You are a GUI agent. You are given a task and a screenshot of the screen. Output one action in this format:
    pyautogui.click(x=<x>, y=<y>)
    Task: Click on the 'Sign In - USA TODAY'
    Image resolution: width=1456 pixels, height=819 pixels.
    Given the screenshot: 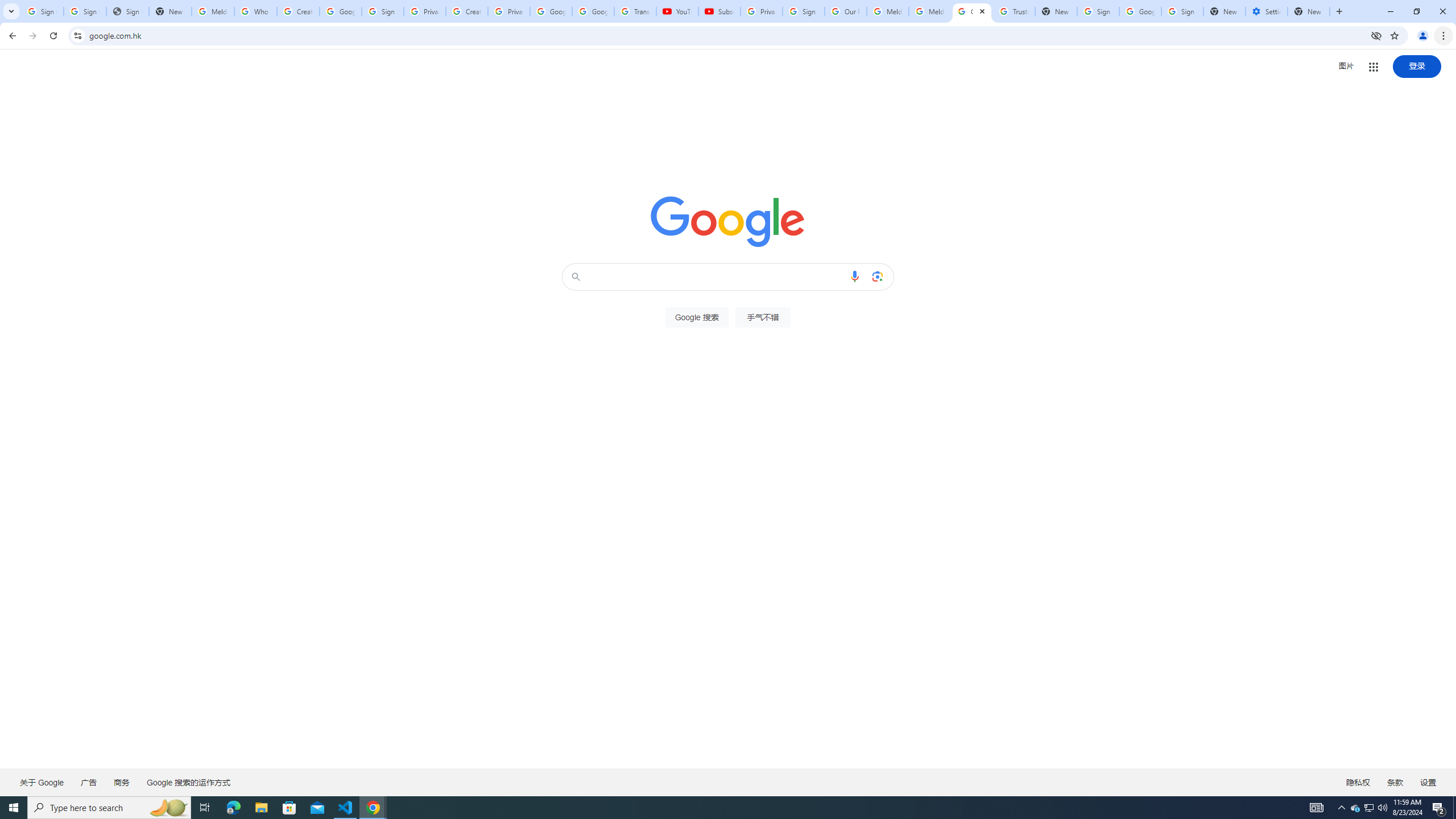 What is the action you would take?
    pyautogui.click(x=127, y=11)
    